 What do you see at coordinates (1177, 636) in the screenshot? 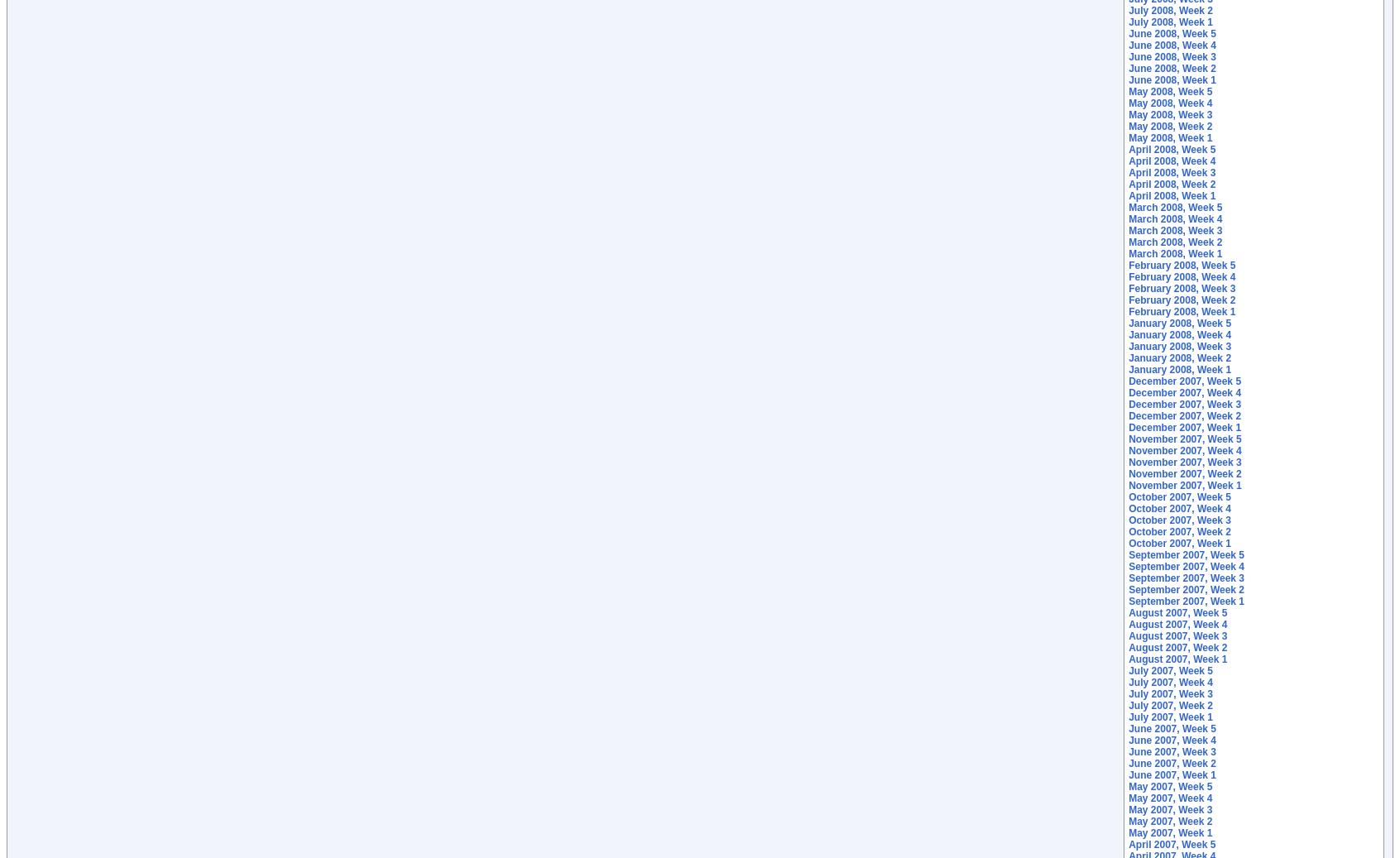
I see `'August 2007, Week 3'` at bounding box center [1177, 636].